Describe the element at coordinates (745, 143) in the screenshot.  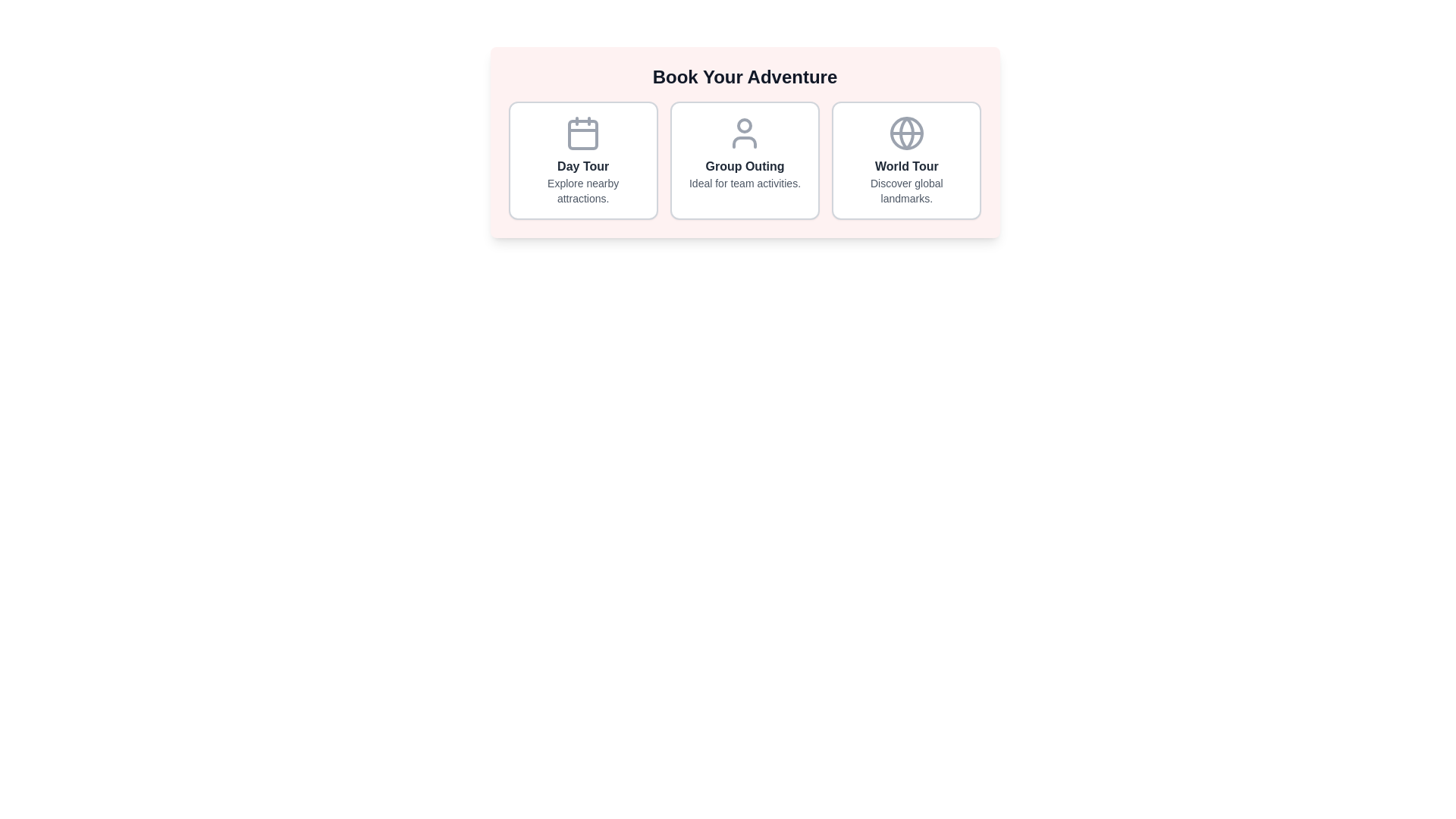
I see `the lower part of the user icon in the second card from the left beneath 'Group Outing' if it is interactive` at that location.